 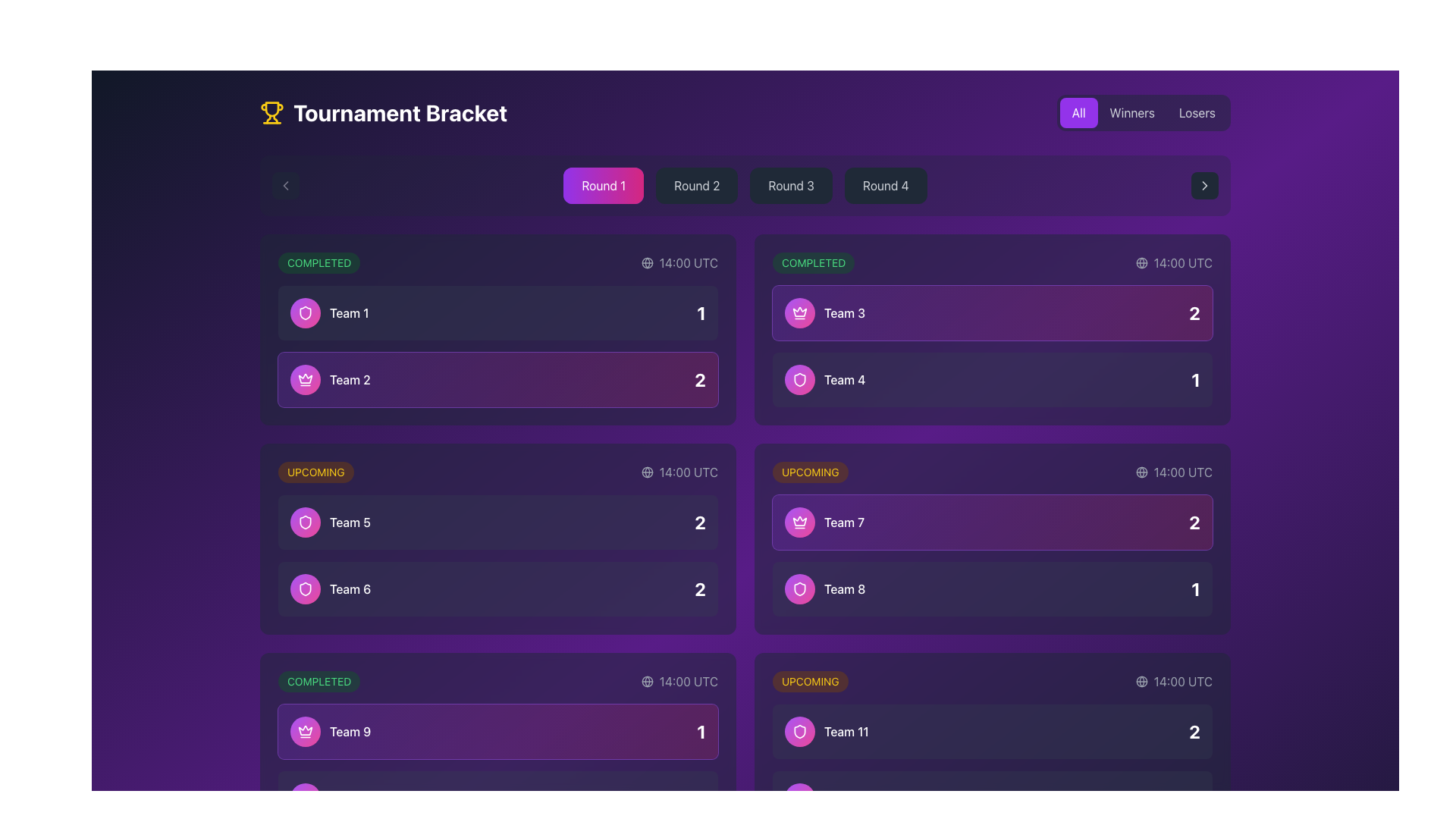 I want to click on static text label displaying '14:00 UTC', which is located on the right side within a rectangular section near a globe icon, so click(x=1182, y=472).